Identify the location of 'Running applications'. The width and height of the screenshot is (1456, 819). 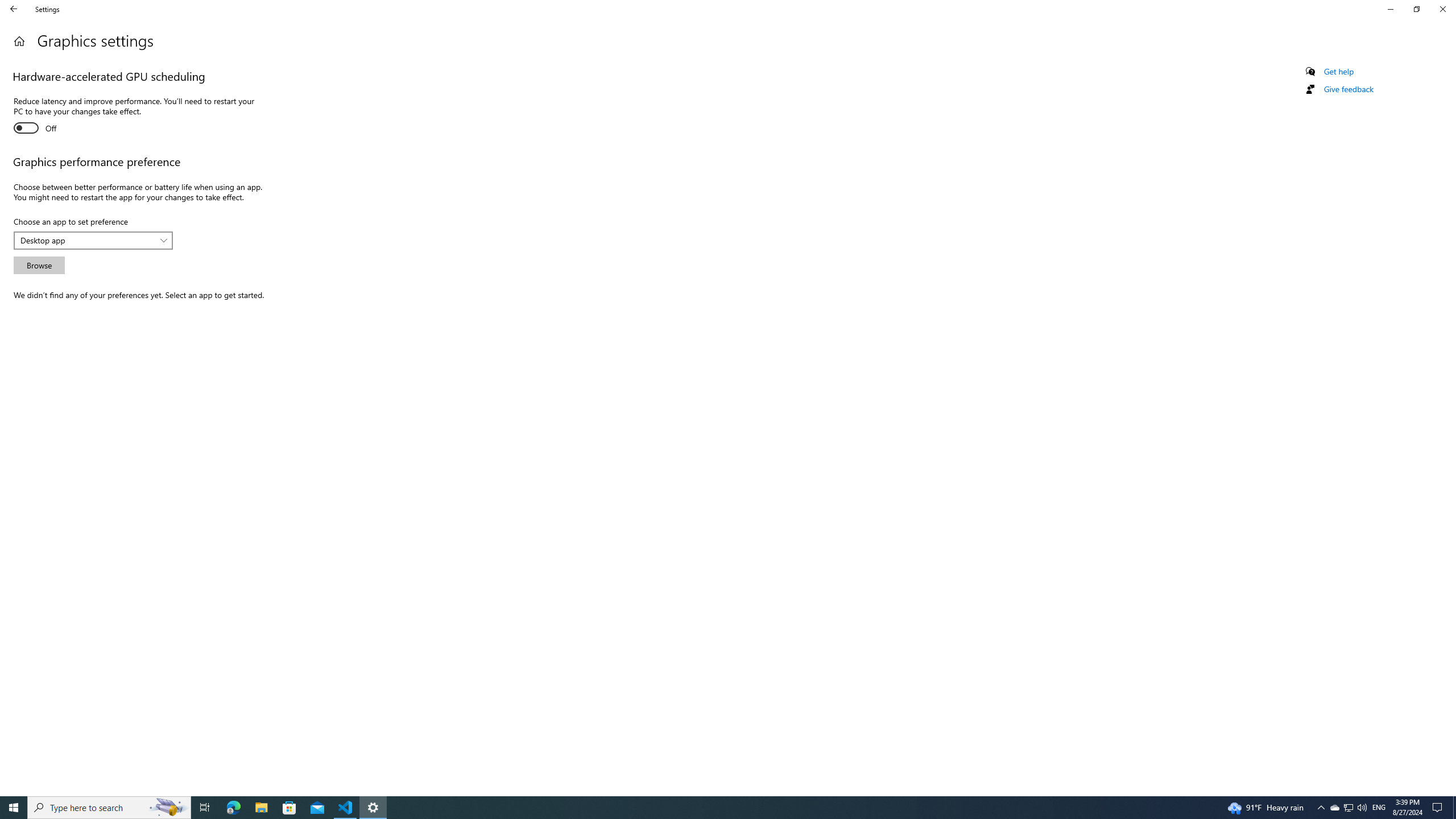
(706, 806).